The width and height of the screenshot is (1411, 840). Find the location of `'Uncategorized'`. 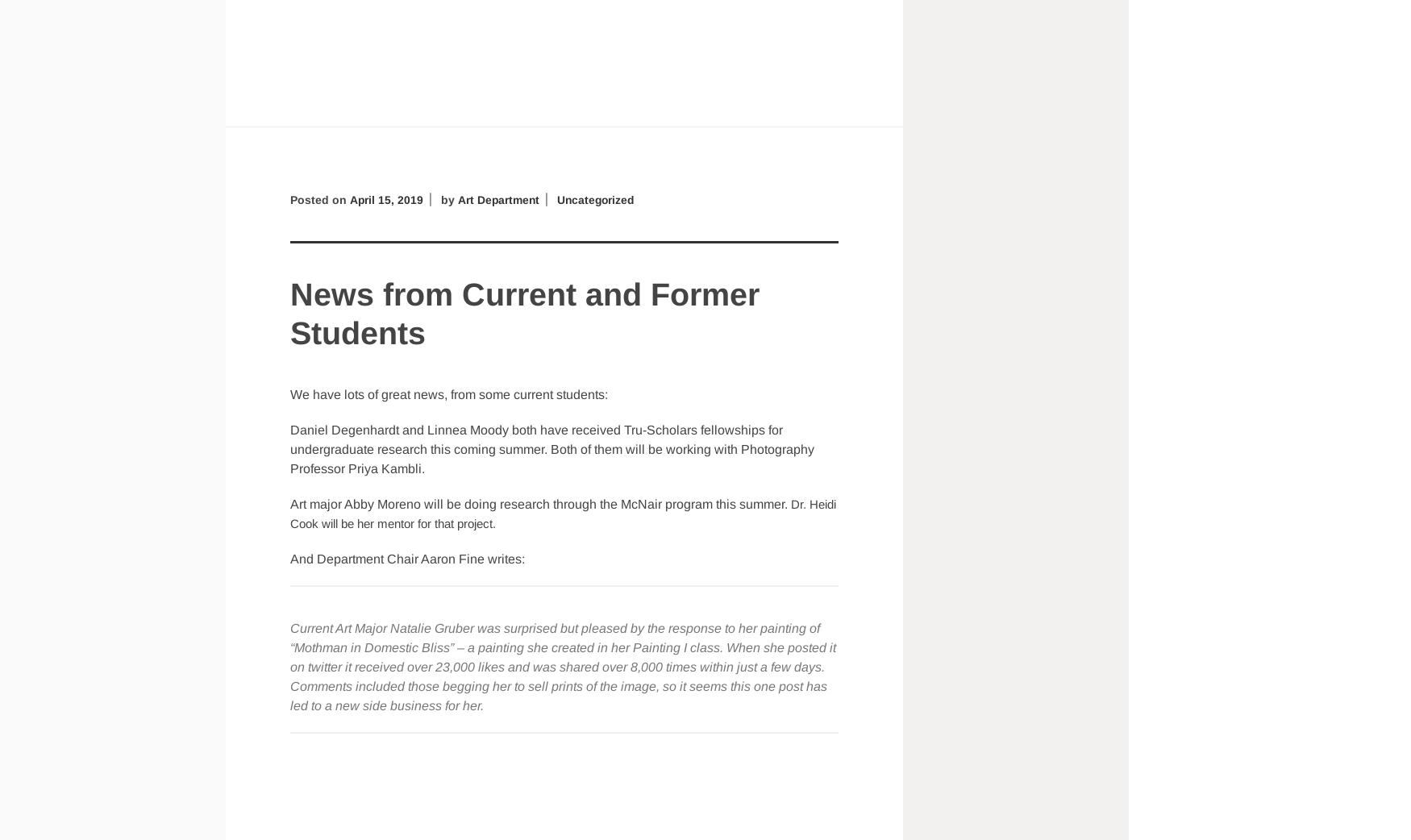

'Uncategorized' is located at coordinates (597, 198).